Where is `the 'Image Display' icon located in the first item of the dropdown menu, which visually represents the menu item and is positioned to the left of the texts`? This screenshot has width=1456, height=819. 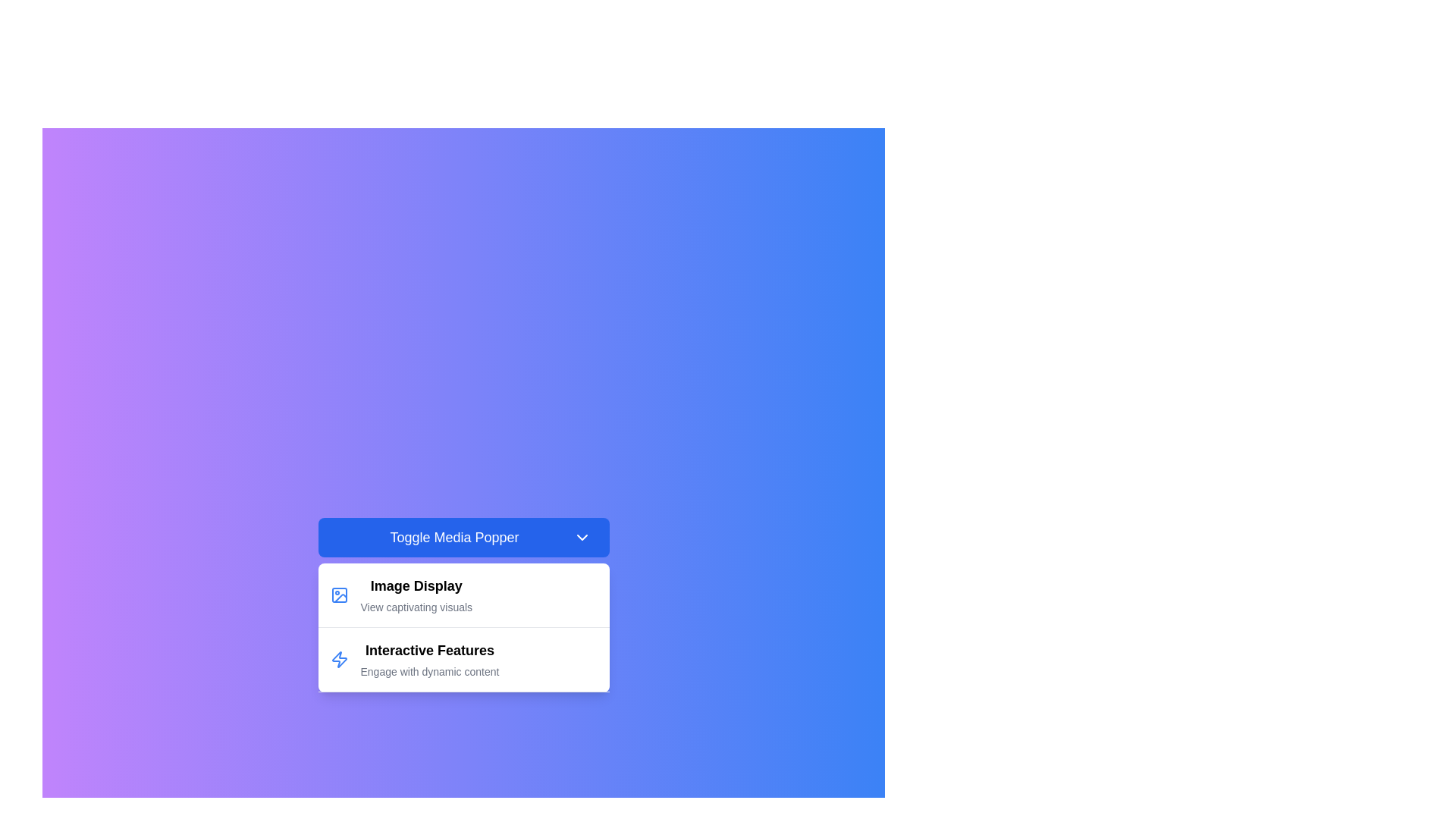
the 'Image Display' icon located in the first item of the dropdown menu, which visually represents the menu item and is positioned to the left of the texts is located at coordinates (338, 595).